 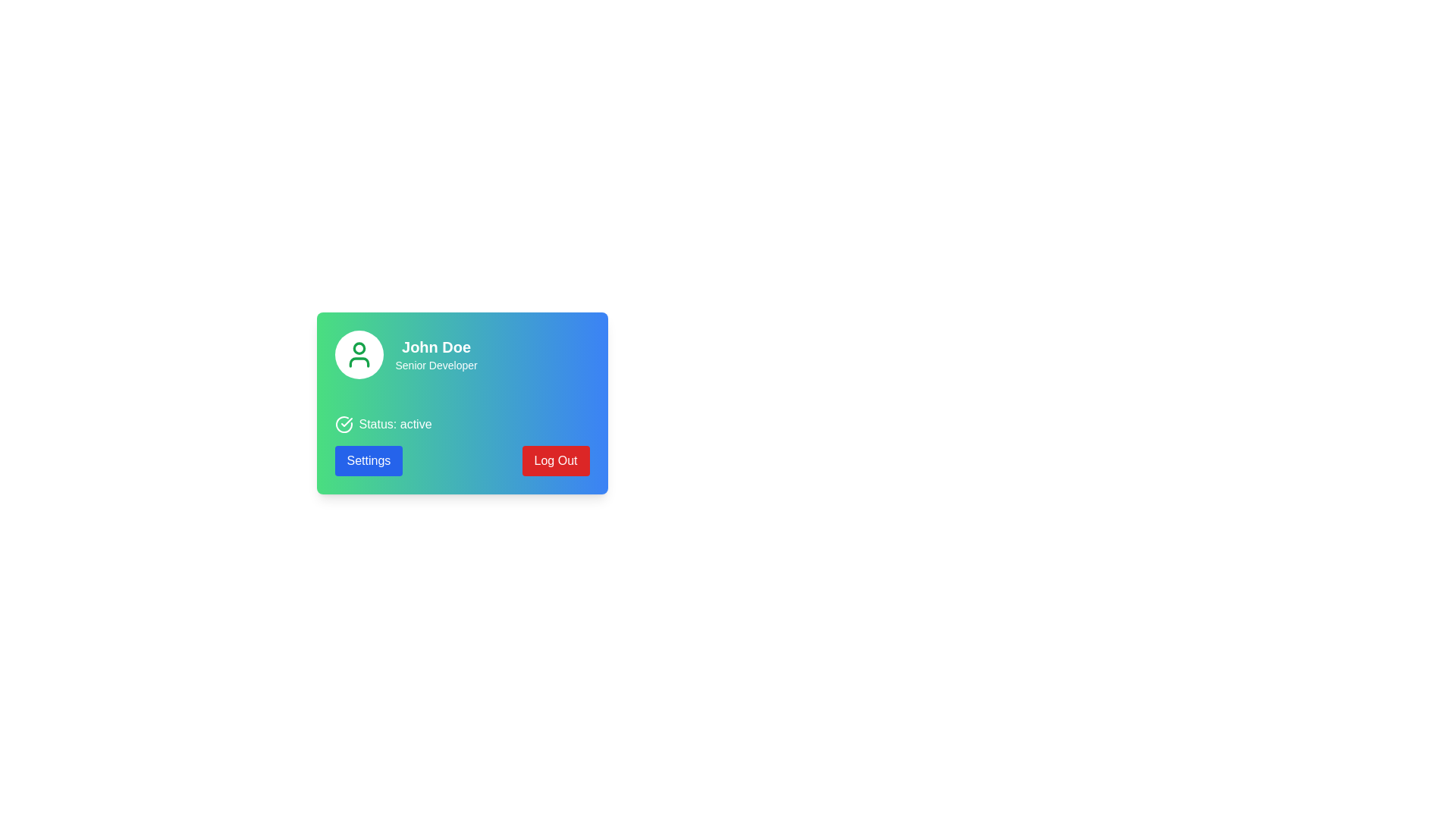 I want to click on the status indicator icon located to the left of the text 'Status: active', so click(x=343, y=424).